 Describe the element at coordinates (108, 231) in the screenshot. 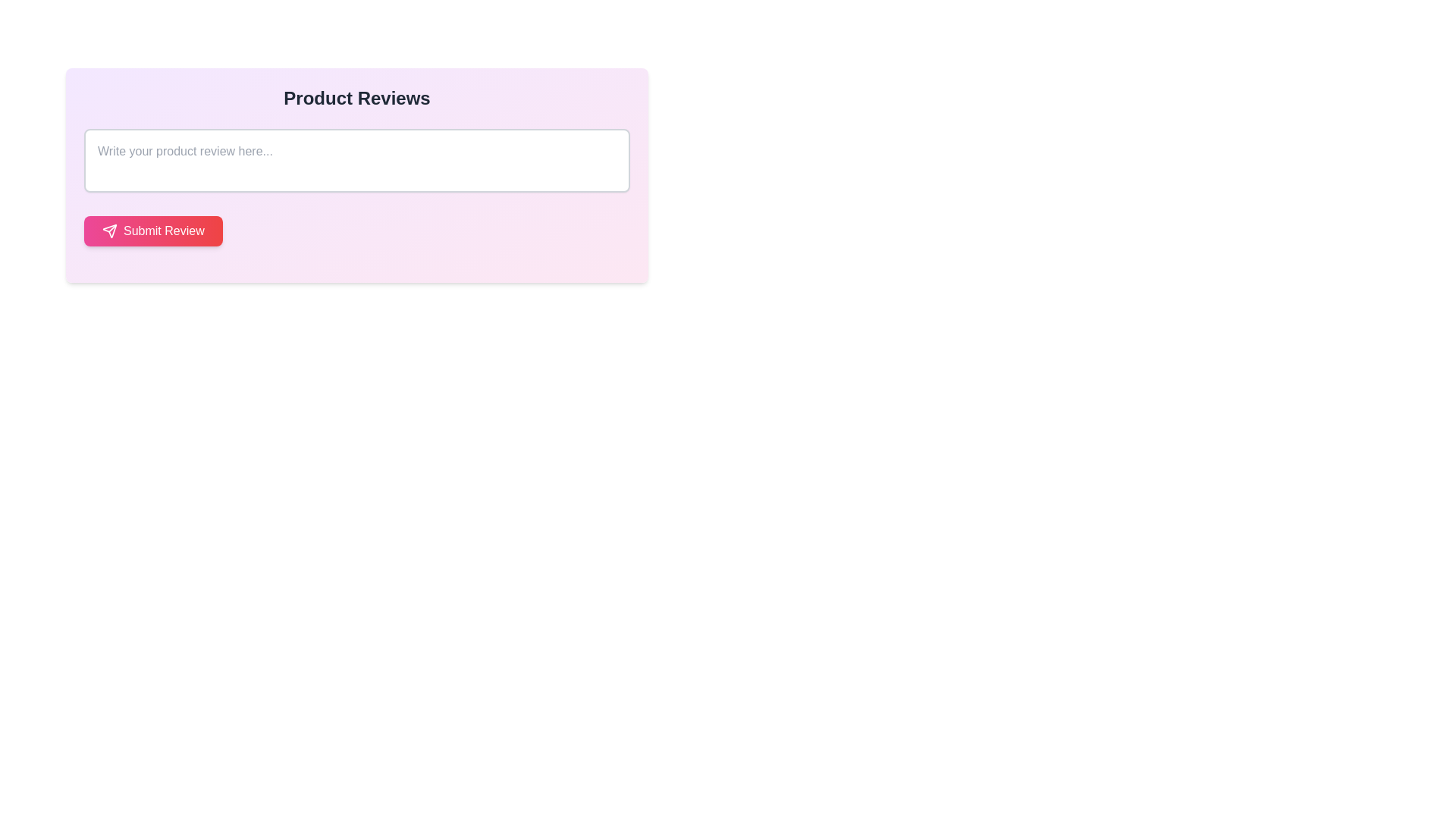

I see `the send icon element, which is a triangular shape resembling an arrow, located in the top-left portion of the icon within the SVG graphic` at that location.